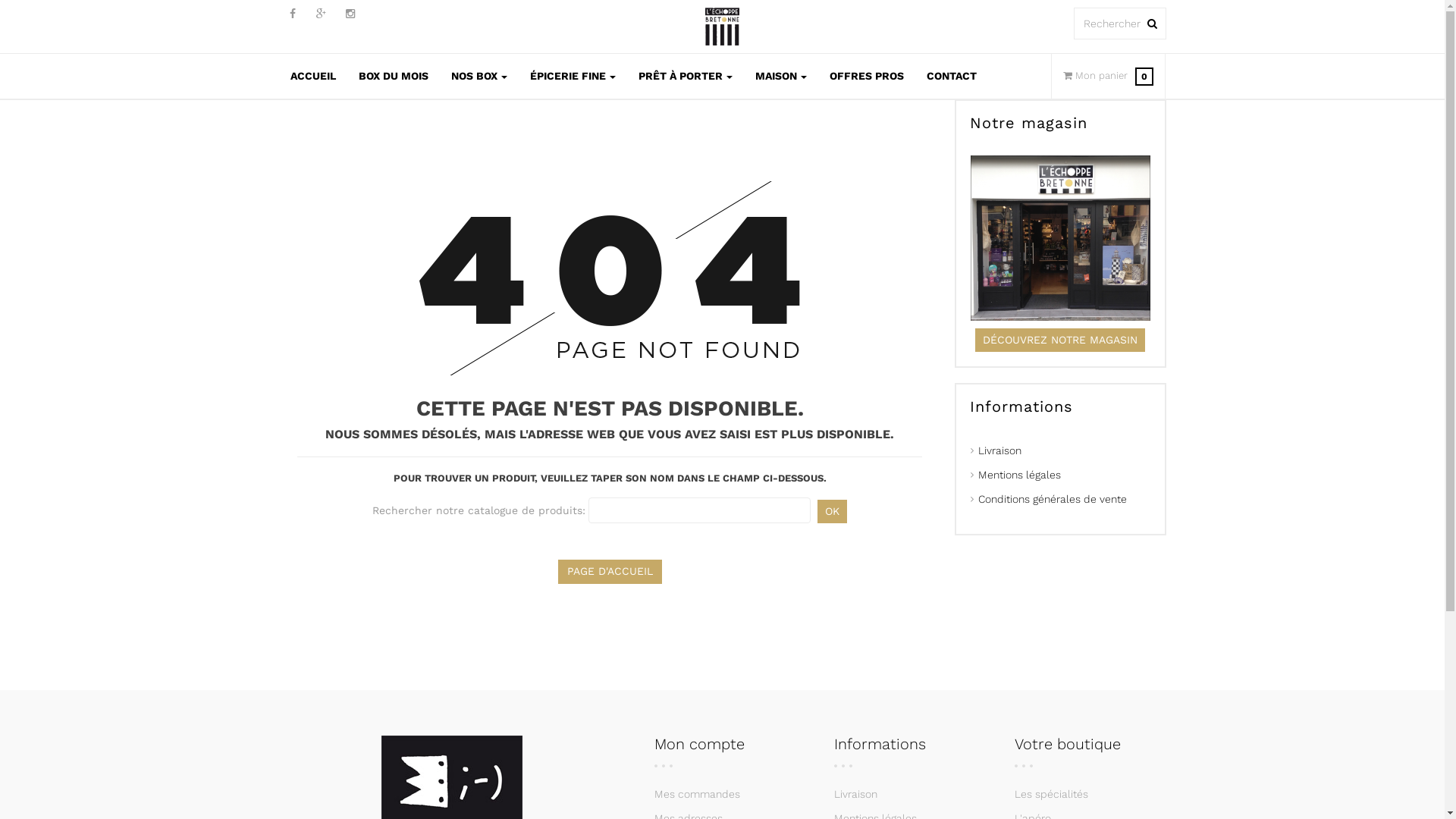  Describe the element at coordinates (610, 571) in the screenshot. I see `'PAGE D'ACCUEIL'` at that location.